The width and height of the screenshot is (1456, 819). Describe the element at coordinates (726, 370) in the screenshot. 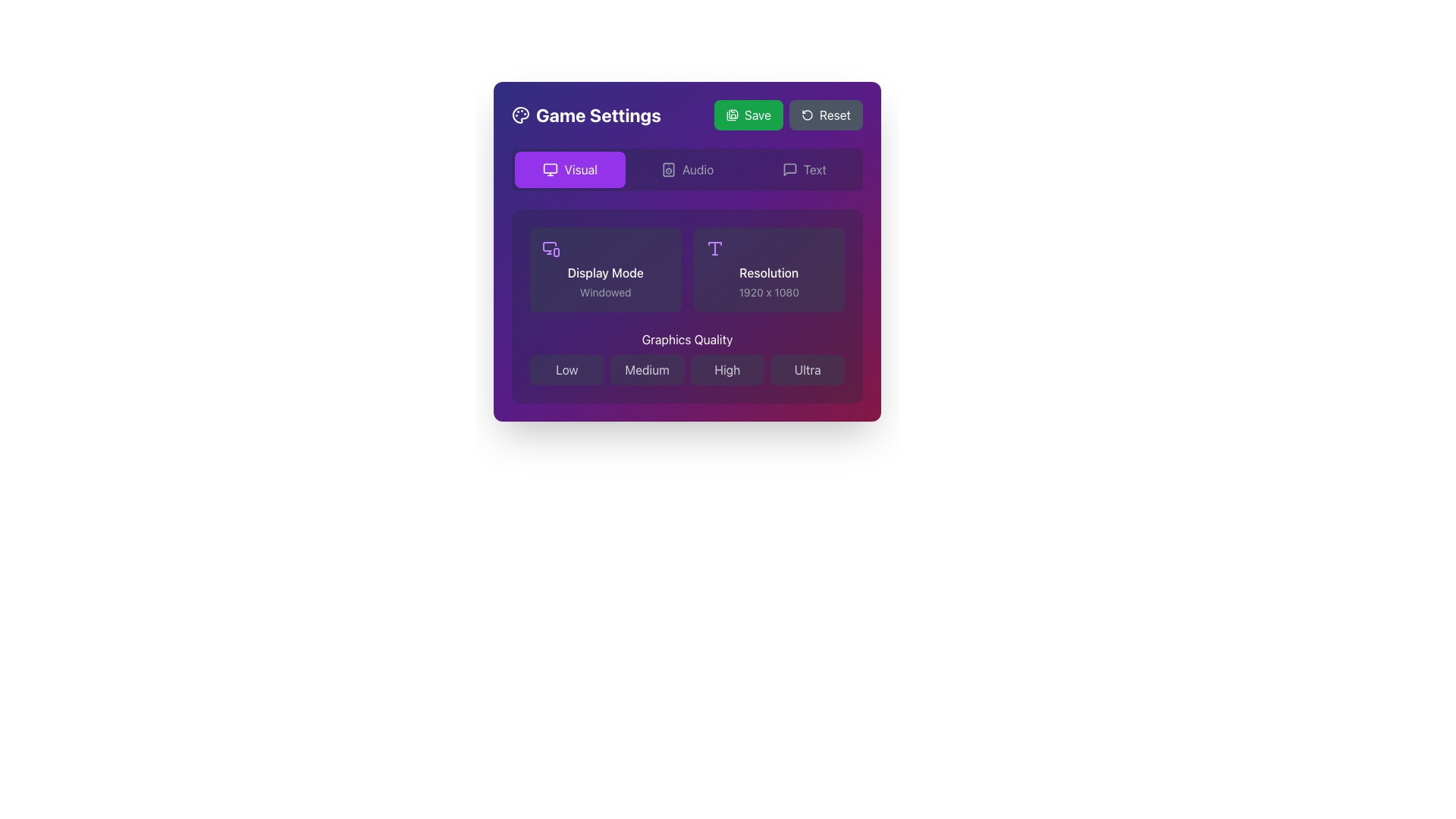

I see `the 'High' graphics quality button in the 'Graphics Quality' section` at that location.